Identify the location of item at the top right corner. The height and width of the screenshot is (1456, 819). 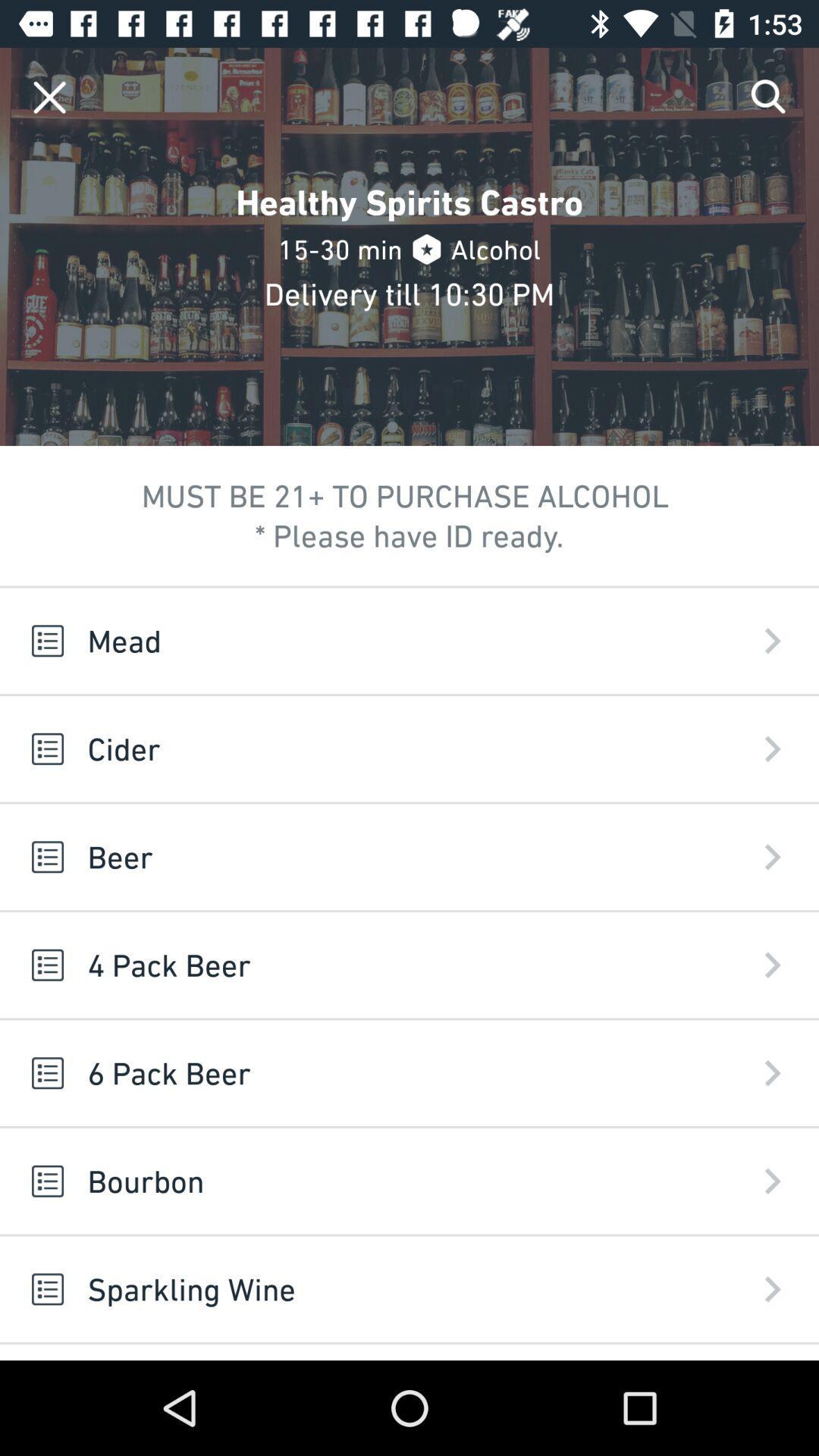
(769, 96).